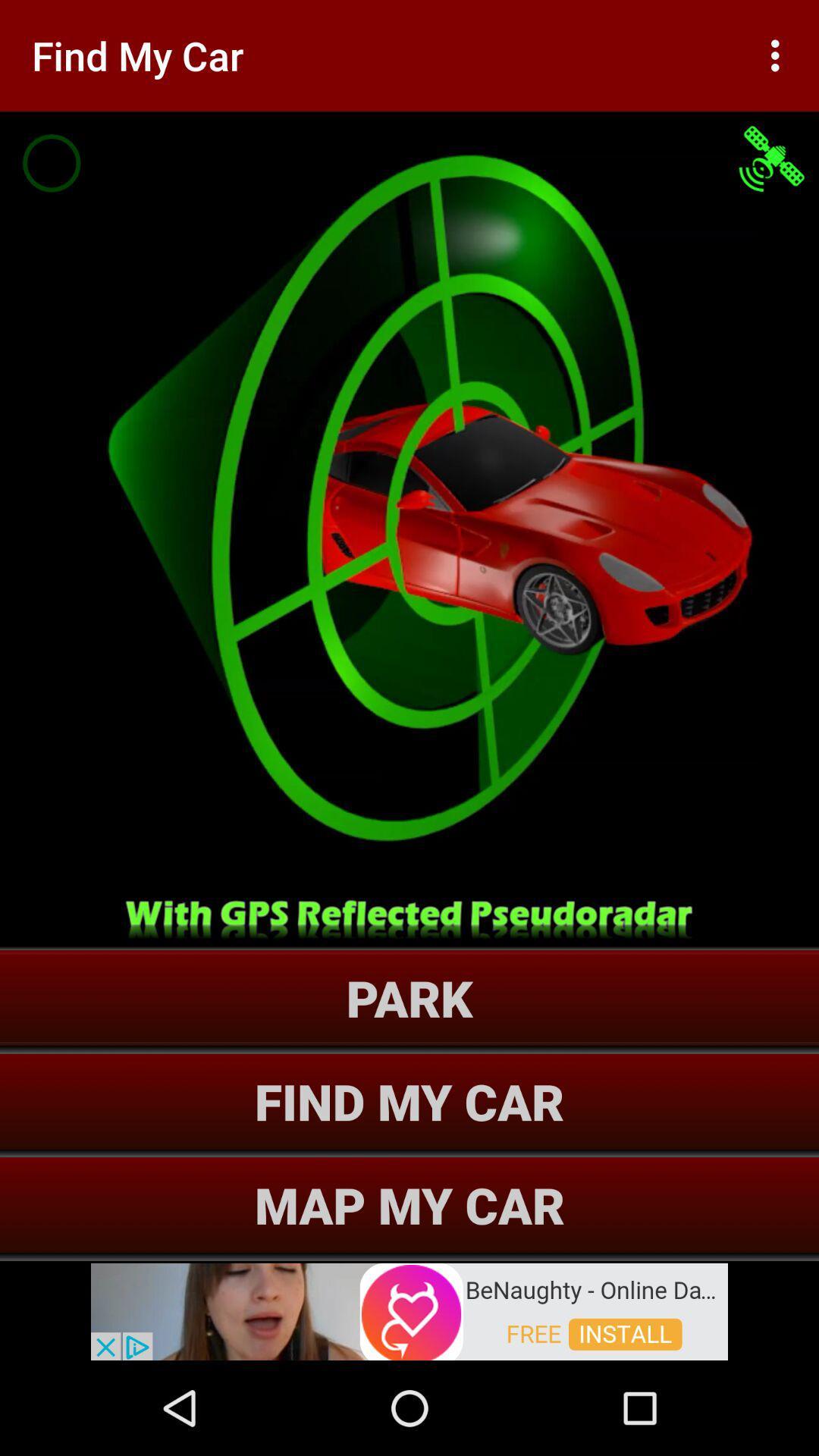 The image size is (819, 1456). Describe the element at coordinates (409, 1310) in the screenshot. I see `open advertisement` at that location.